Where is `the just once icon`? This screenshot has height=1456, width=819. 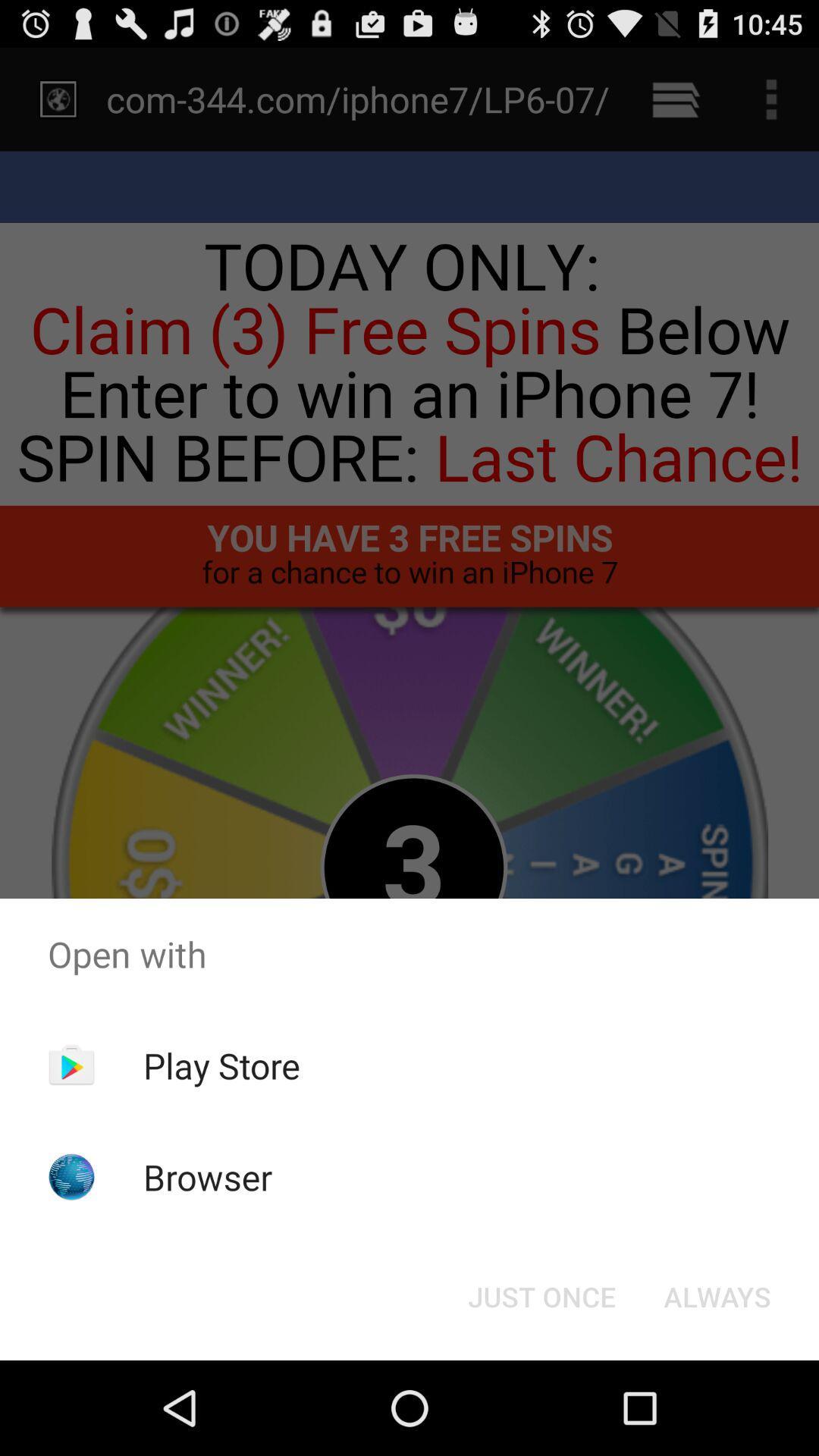 the just once icon is located at coordinates (541, 1295).